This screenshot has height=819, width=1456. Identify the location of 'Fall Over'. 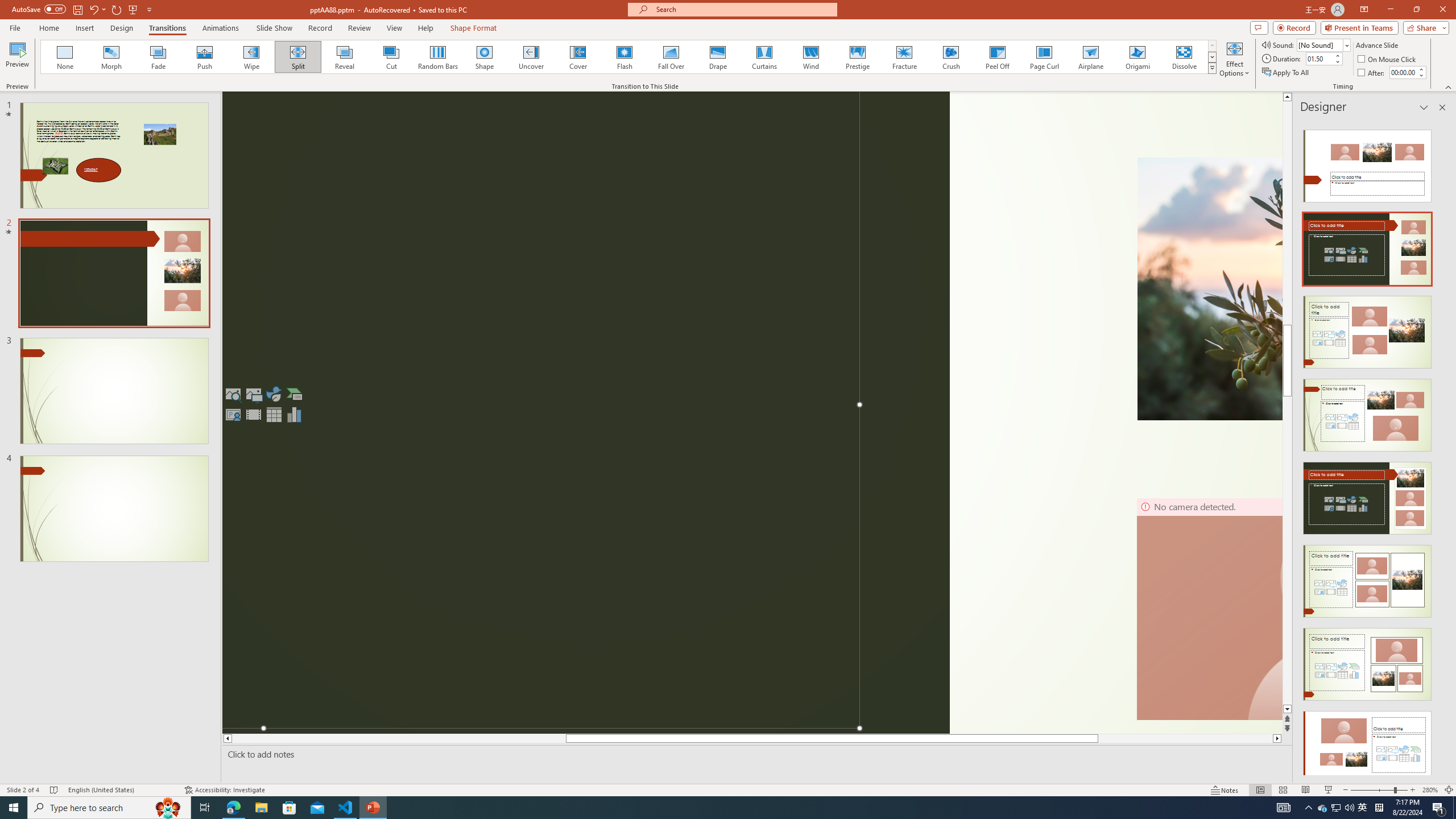
(671, 56).